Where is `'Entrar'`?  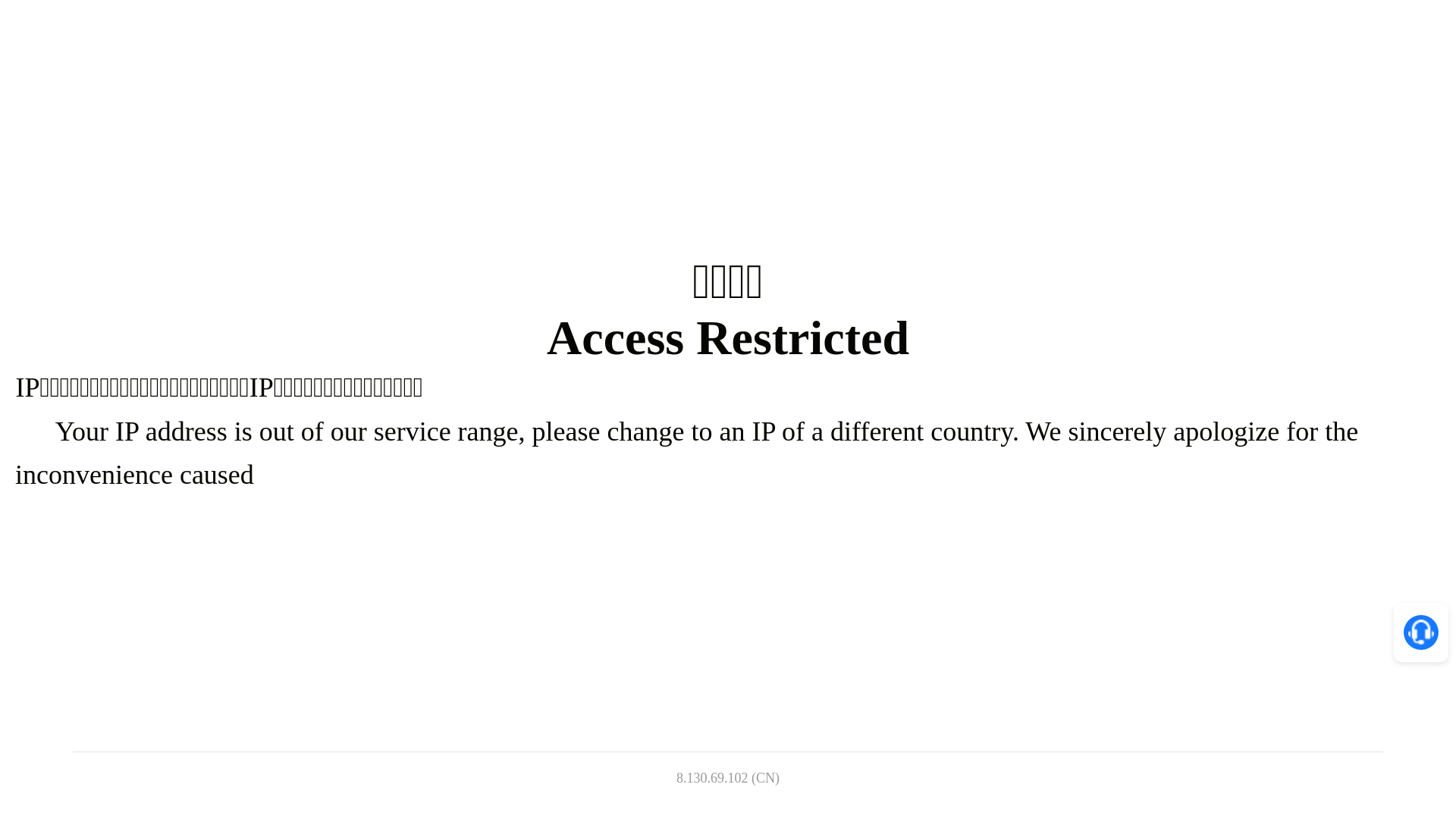
'Entrar' is located at coordinates (1142, 30).